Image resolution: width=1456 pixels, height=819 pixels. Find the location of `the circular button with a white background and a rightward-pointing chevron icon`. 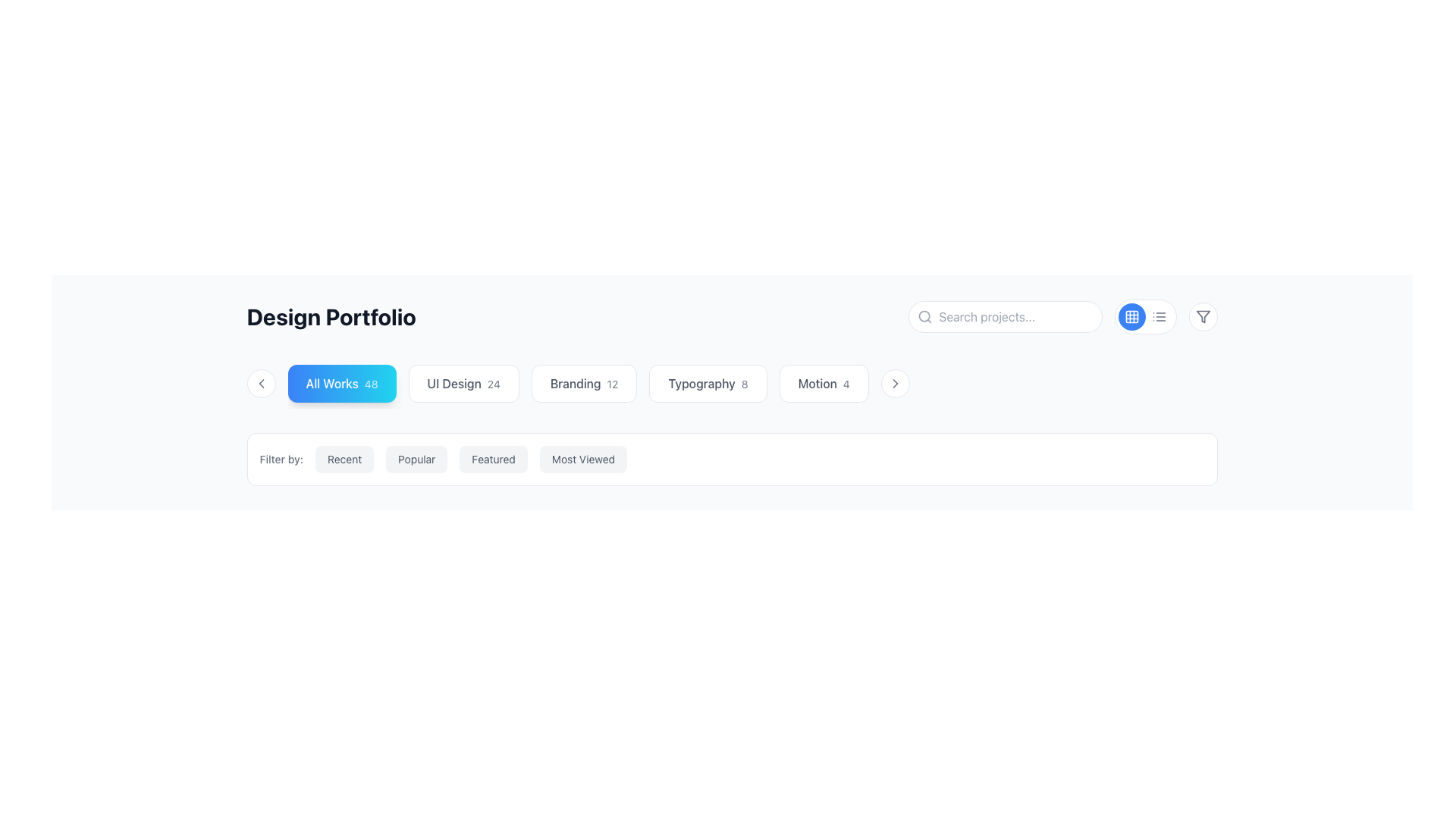

the circular button with a white background and a rightward-pointing chevron icon is located at coordinates (895, 382).